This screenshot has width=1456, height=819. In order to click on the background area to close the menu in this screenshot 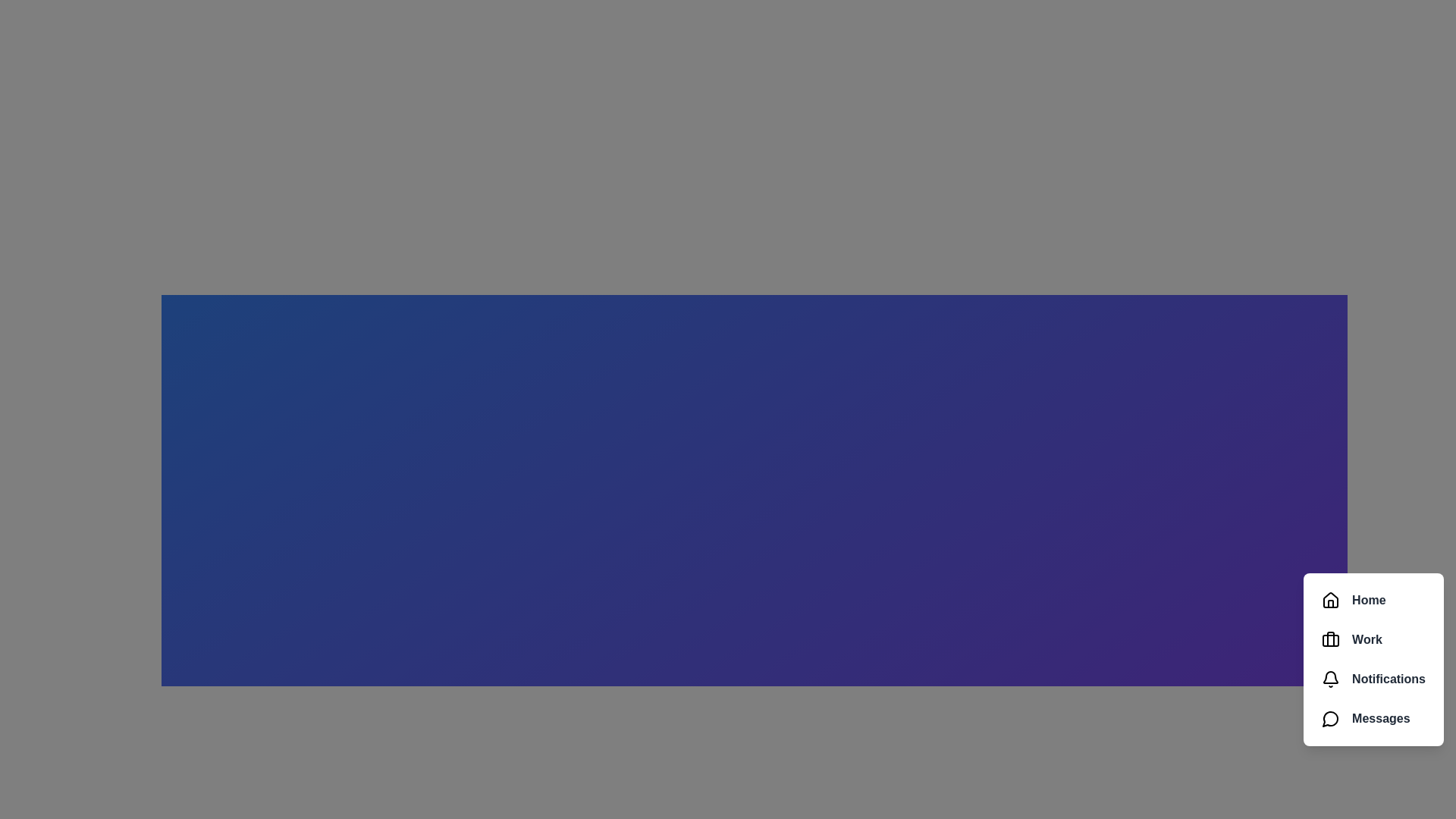, I will do `click(728, 409)`.